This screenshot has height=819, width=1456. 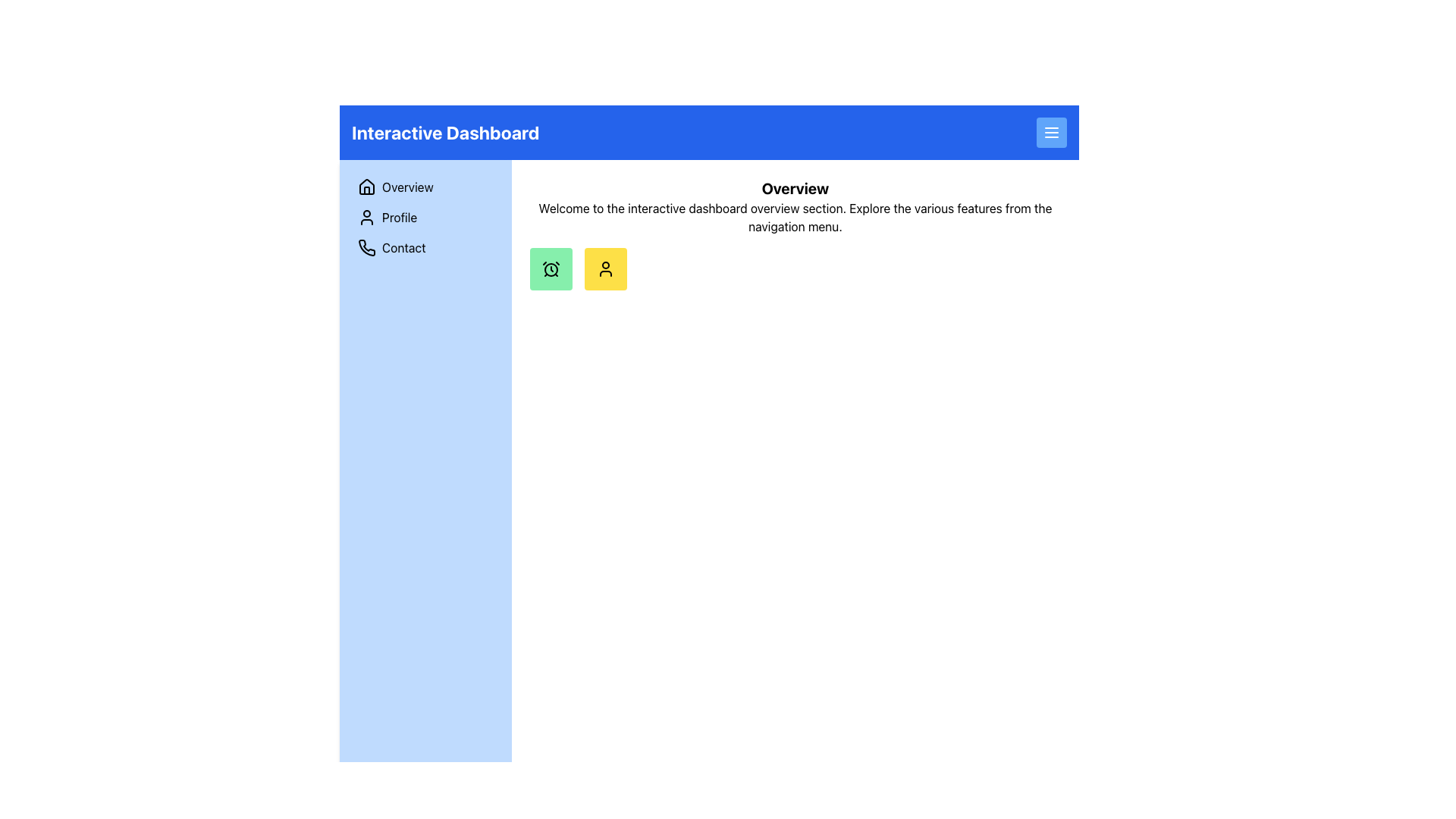 What do you see at coordinates (550, 268) in the screenshot?
I see `the alarm clock icon located within a green square on the left of two adjacent square buttons` at bounding box center [550, 268].